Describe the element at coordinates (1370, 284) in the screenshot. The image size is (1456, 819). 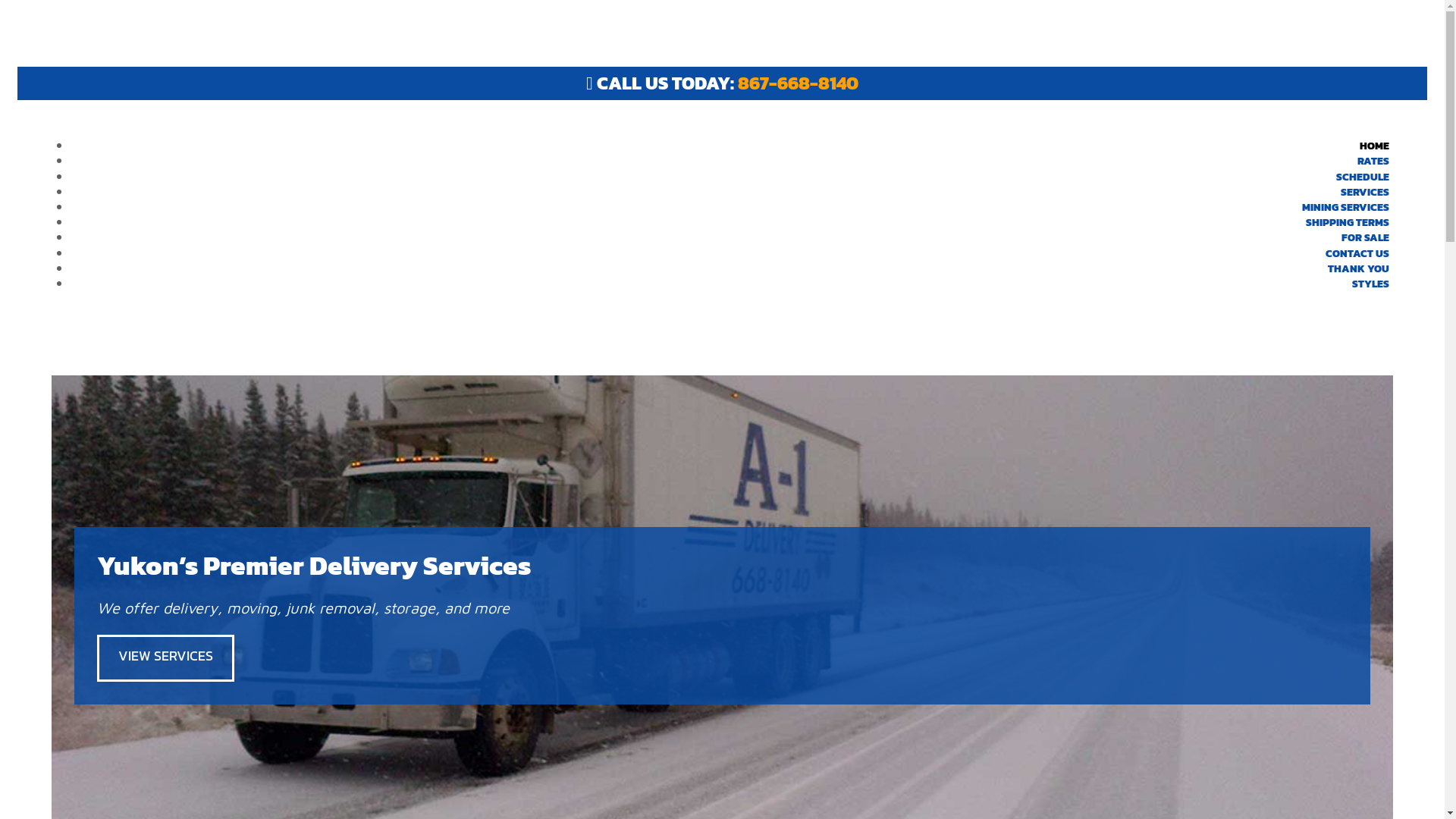
I see `'STYLES'` at that location.